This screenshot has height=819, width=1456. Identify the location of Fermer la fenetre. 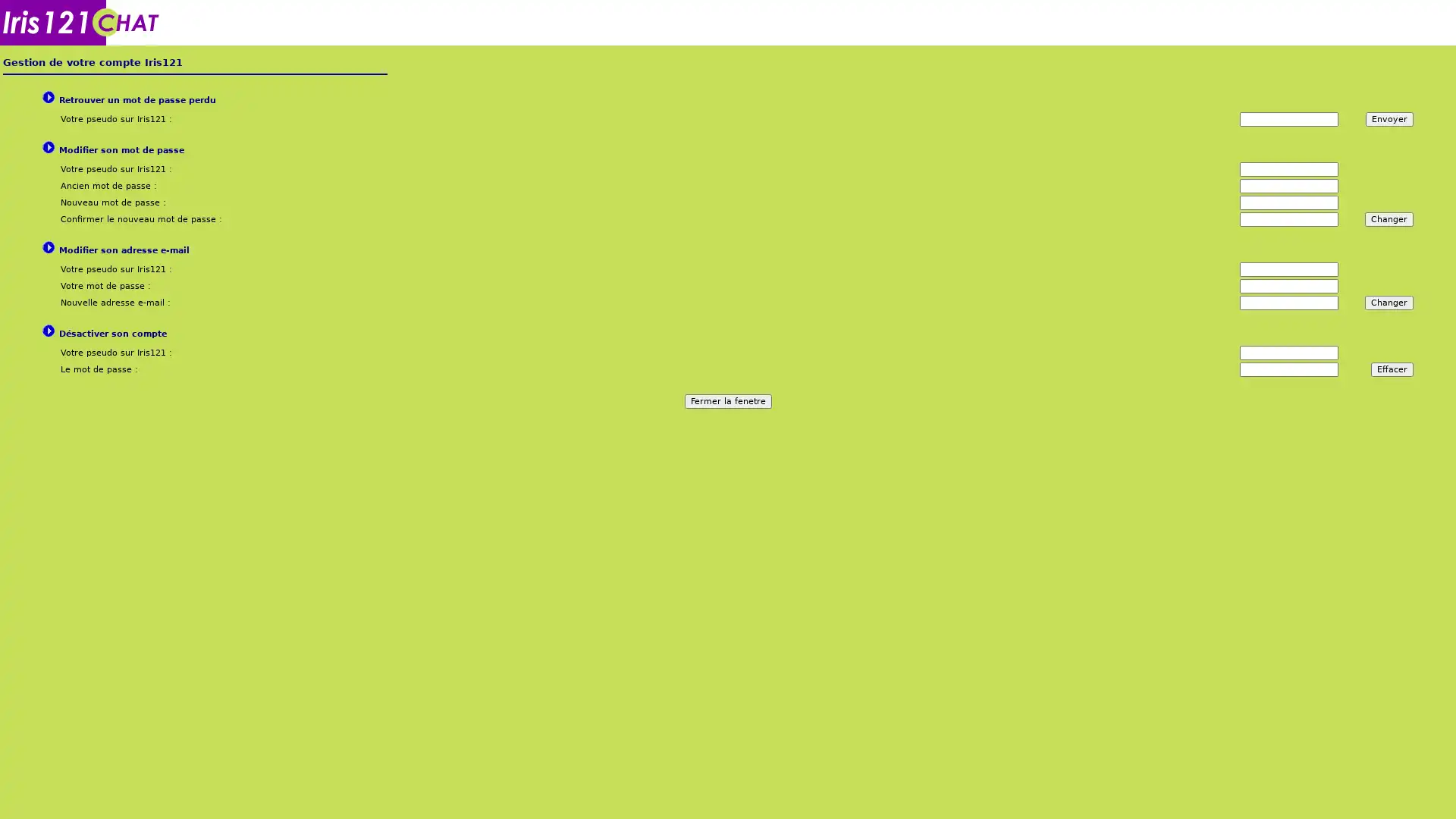
(726, 400).